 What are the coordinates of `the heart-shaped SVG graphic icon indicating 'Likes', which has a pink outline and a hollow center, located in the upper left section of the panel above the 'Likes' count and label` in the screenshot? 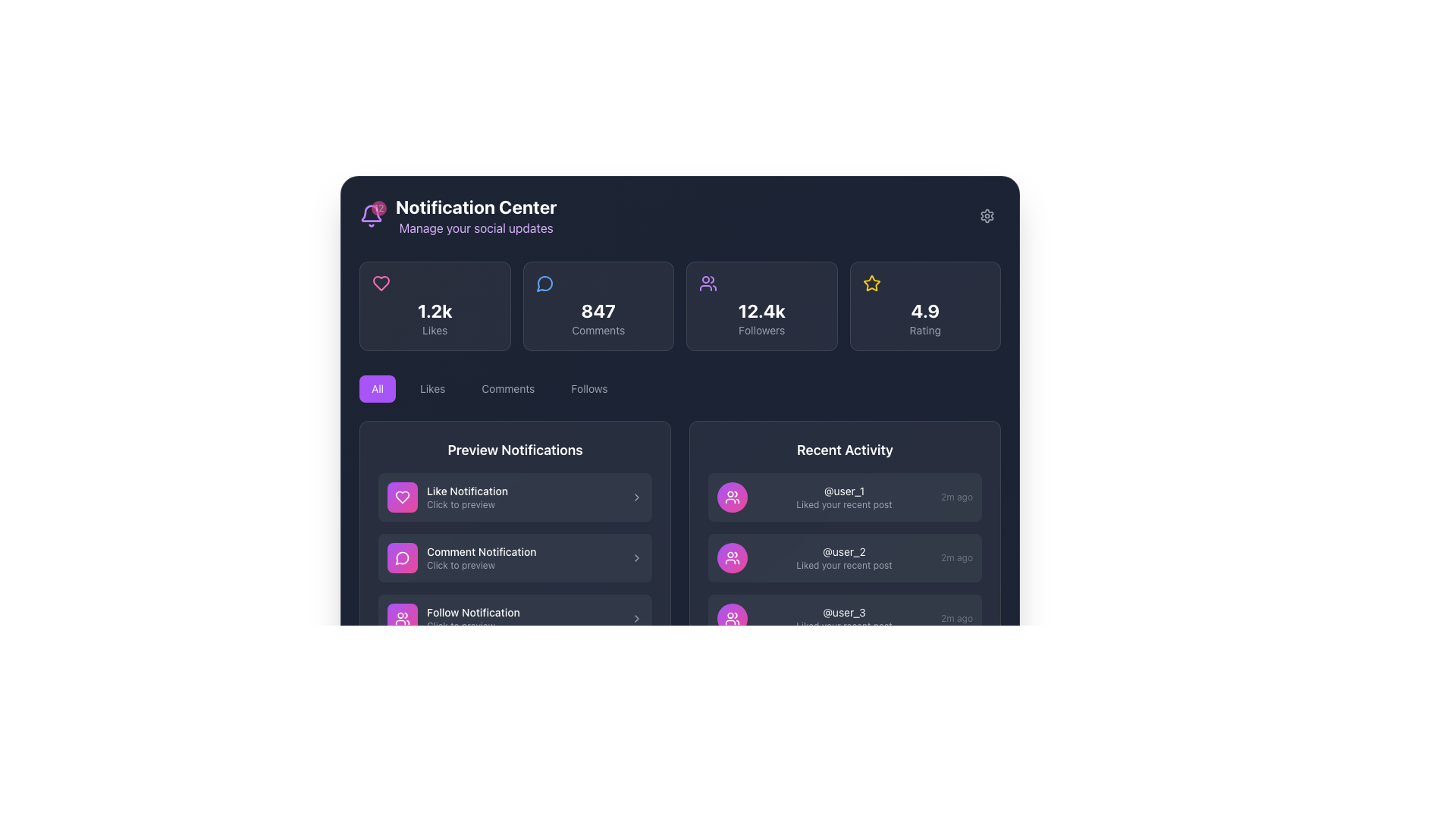 It's located at (381, 284).